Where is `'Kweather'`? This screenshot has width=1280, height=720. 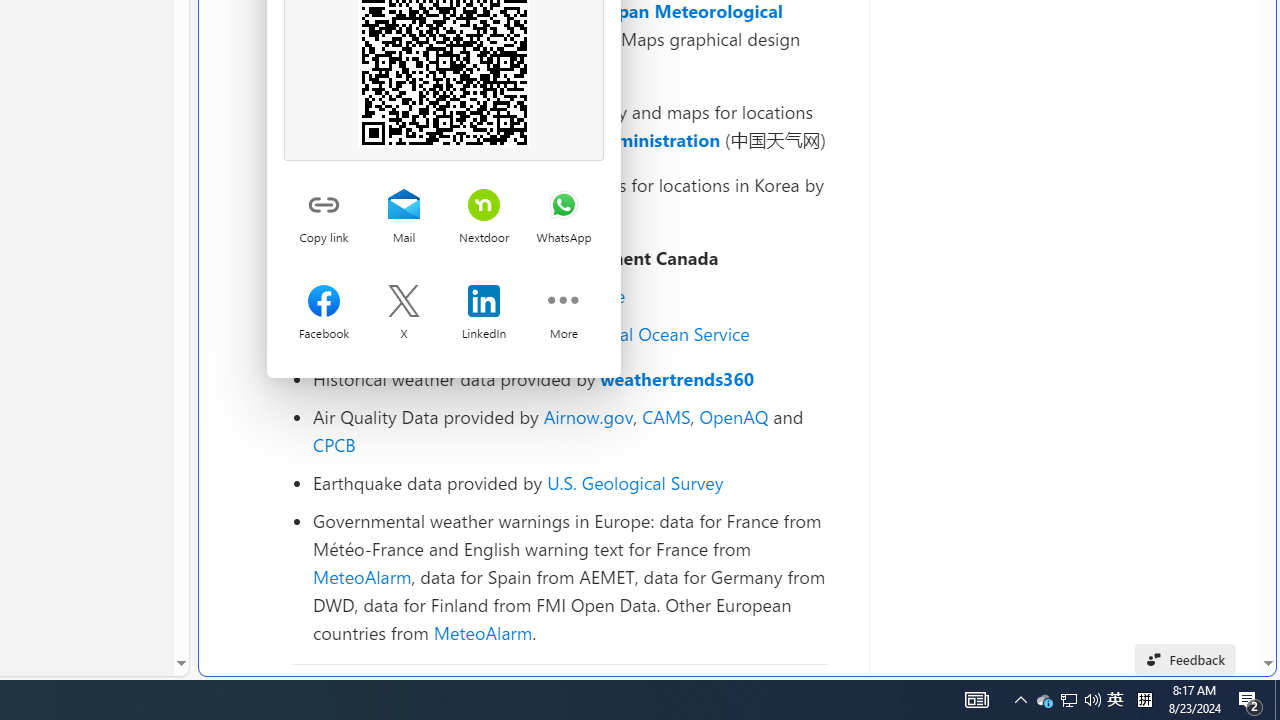 'Kweather' is located at coordinates (353, 212).